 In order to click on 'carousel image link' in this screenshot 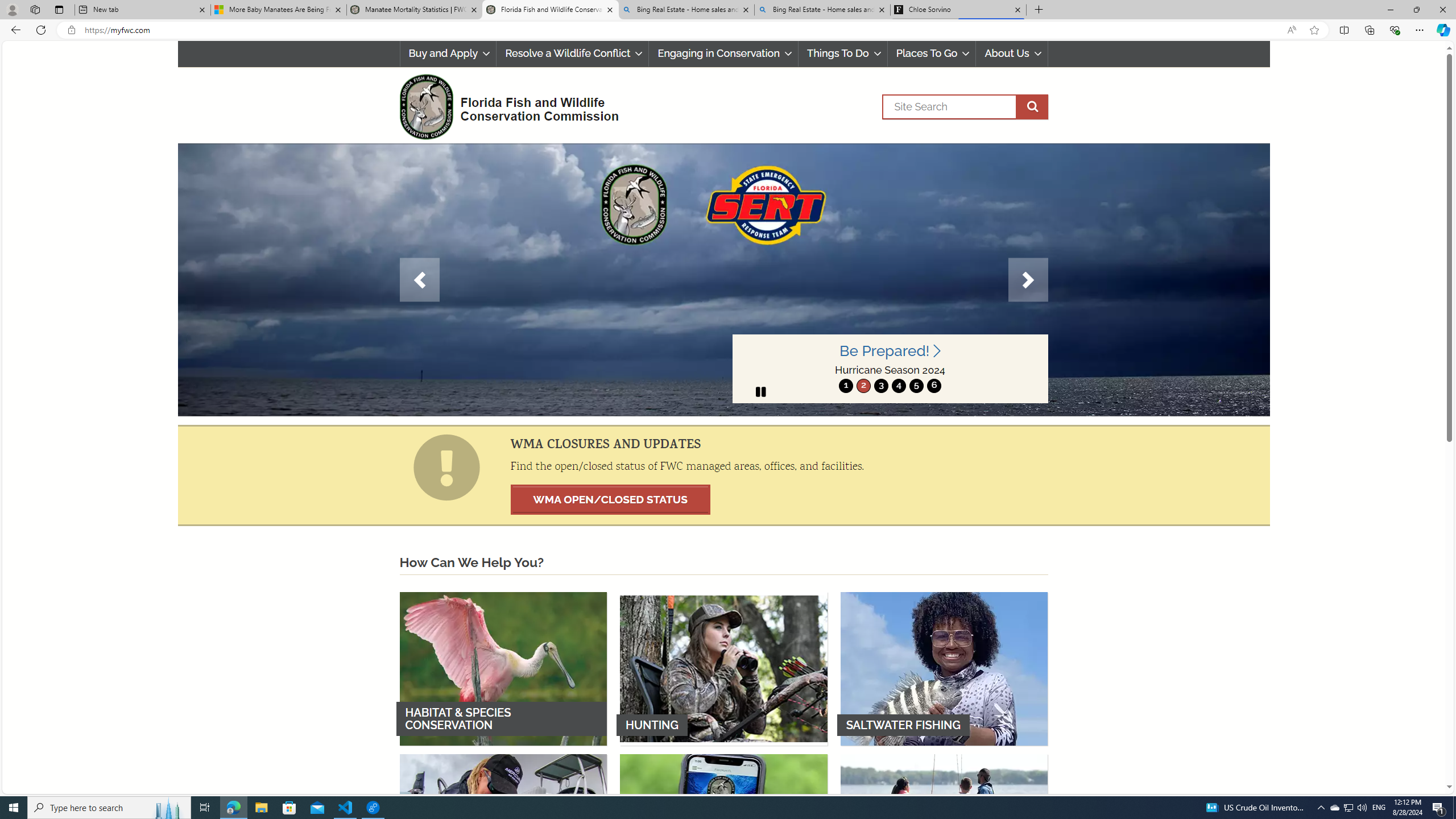, I will do `click(723, 279)`.